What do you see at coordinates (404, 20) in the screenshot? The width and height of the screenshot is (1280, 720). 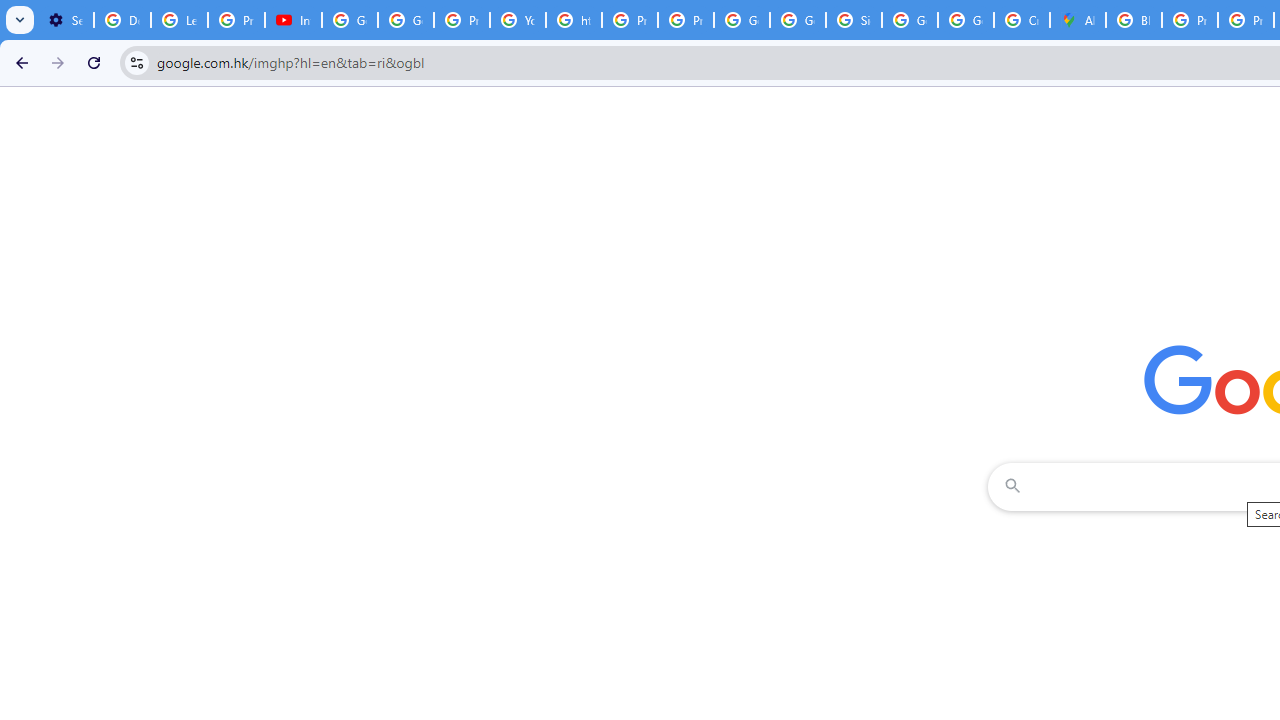 I see `'Google Account Help'` at bounding box center [404, 20].